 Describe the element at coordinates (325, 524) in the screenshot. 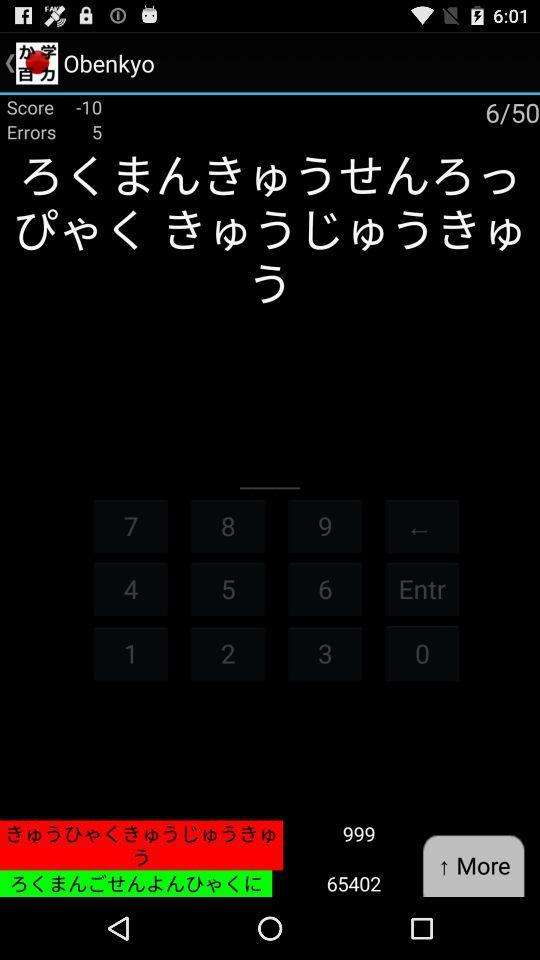

I see `icon above 6 item` at that location.